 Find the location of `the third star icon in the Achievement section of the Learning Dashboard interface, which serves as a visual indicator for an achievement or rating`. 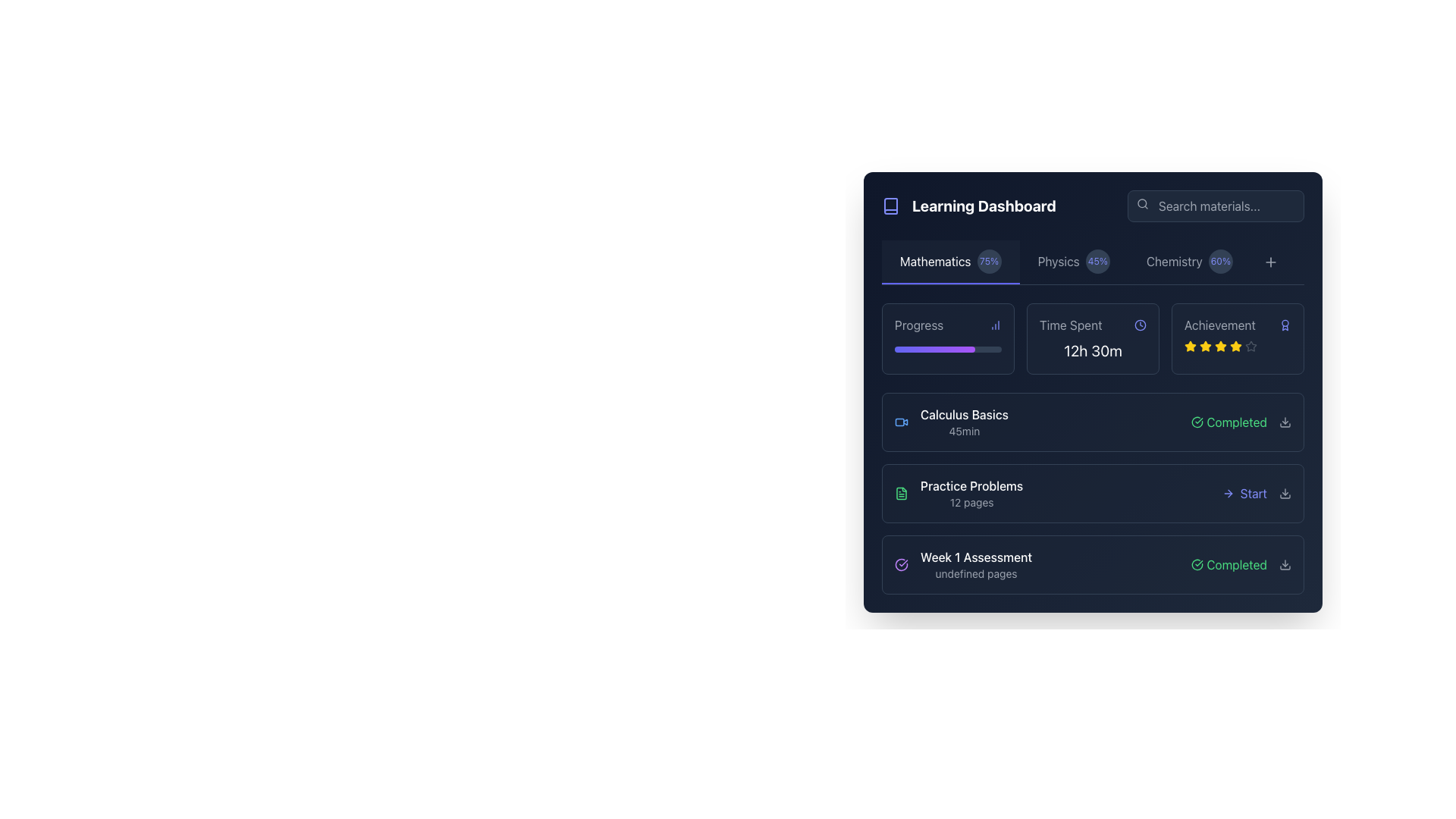

the third star icon in the Achievement section of the Learning Dashboard interface, which serves as a visual indicator for an achievement or rating is located at coordinates (1204, 346).